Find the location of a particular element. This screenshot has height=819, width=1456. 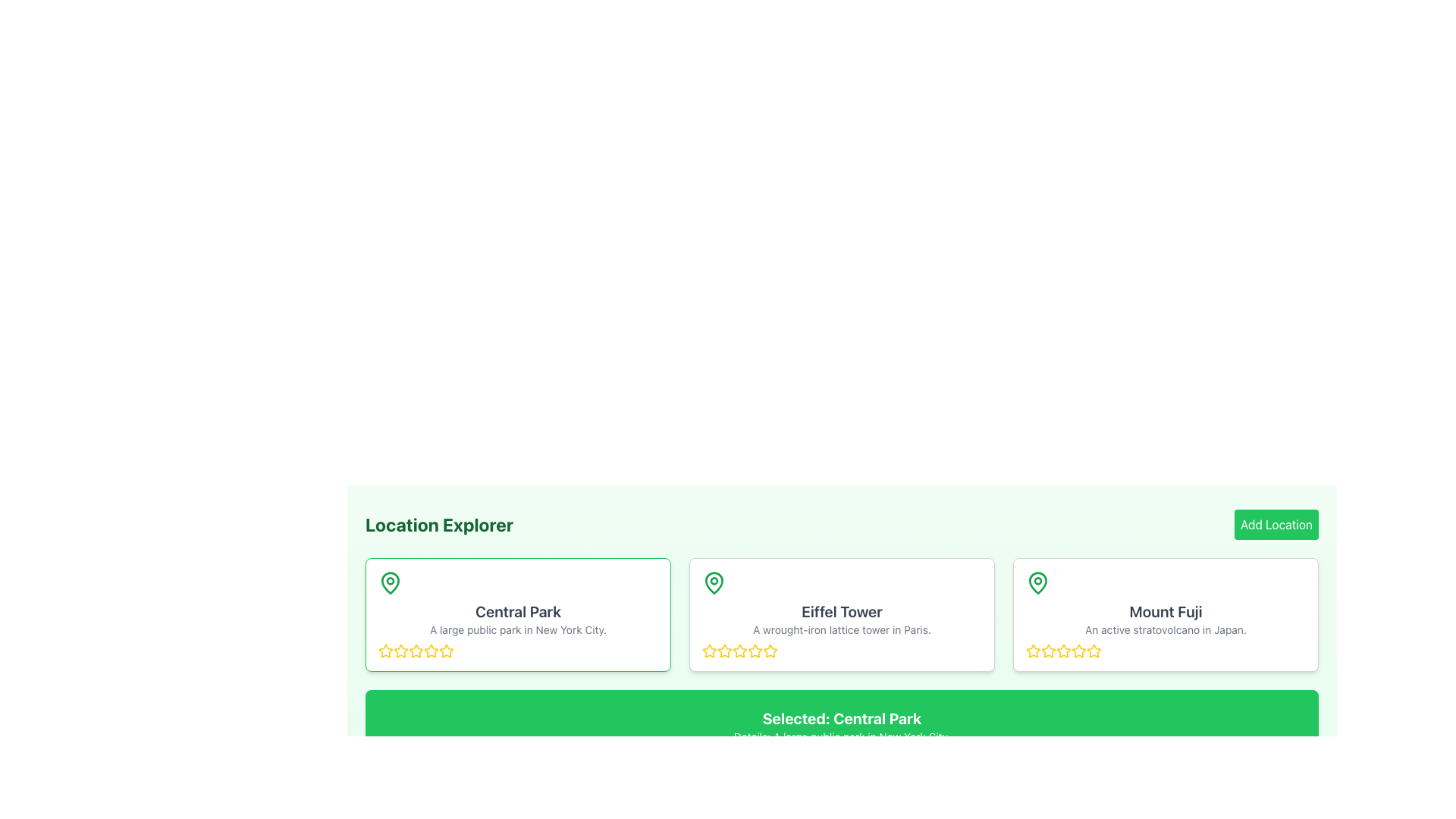

the fourth yellow rating star icon located beneath the 'Mount Fuji' text to adjust ratings is located at coordinates (1093, 649).